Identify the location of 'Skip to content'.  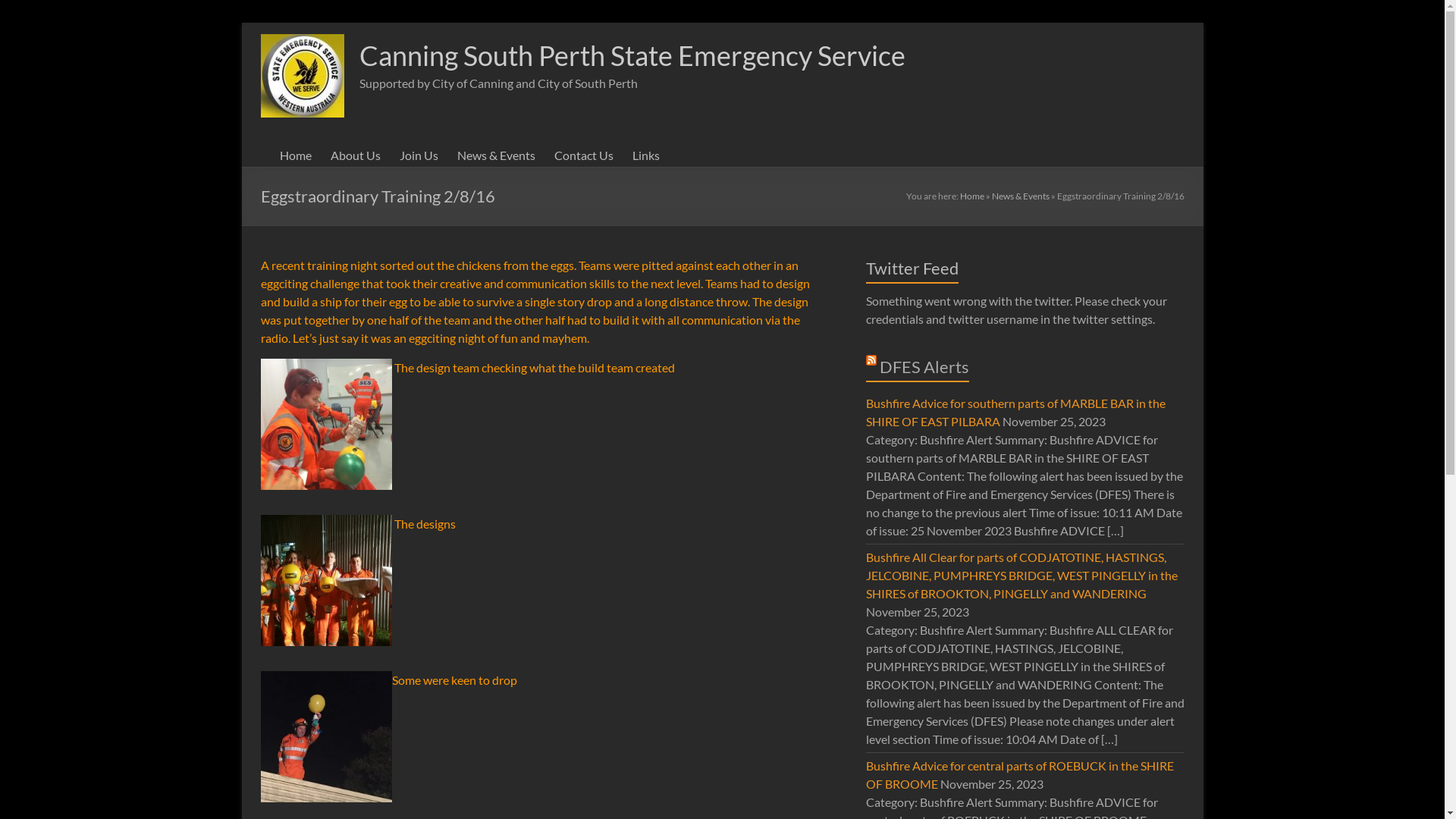
(240, 22).